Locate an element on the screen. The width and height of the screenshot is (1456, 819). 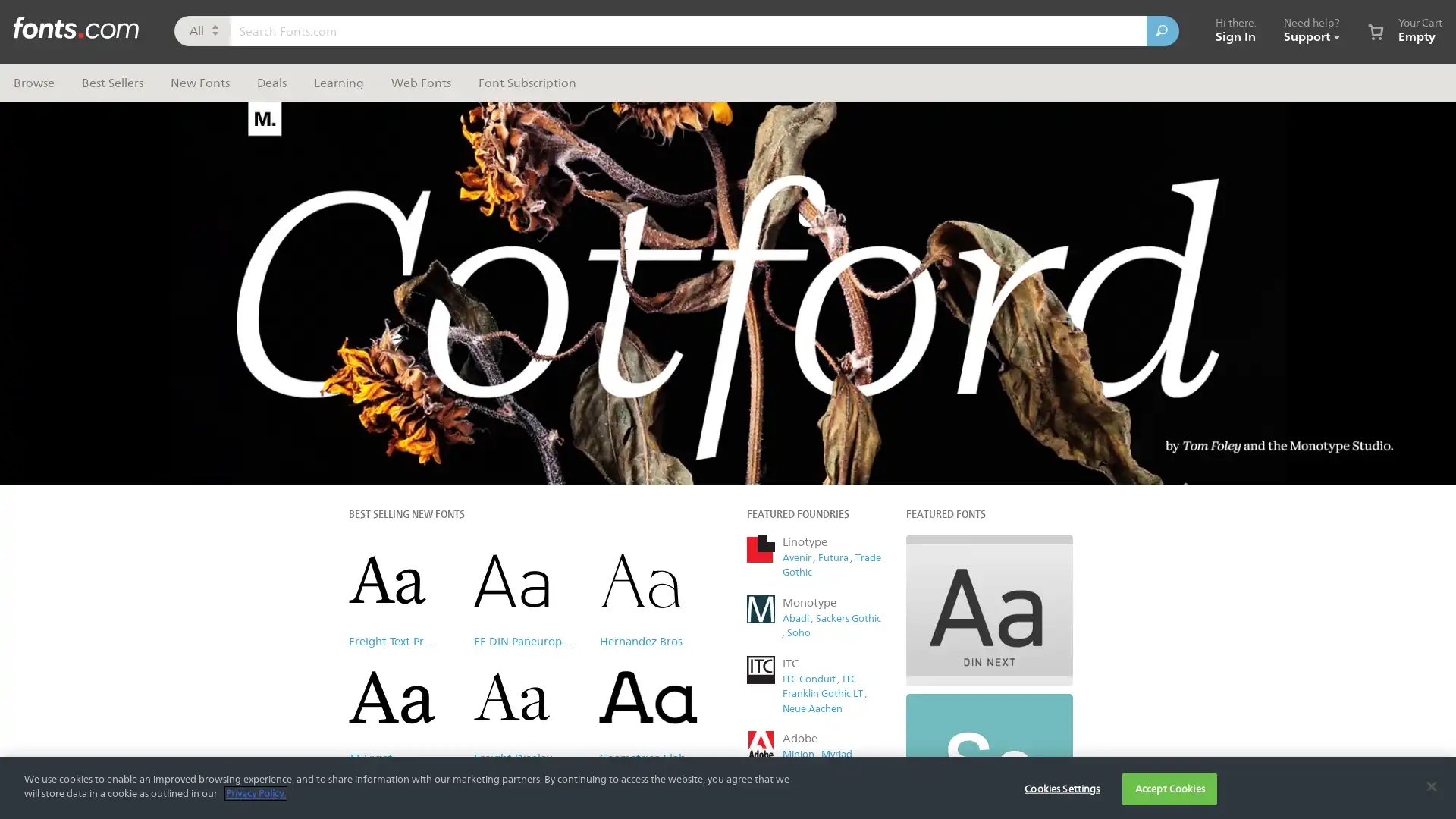
Close is located at coordinates (1430, 785).